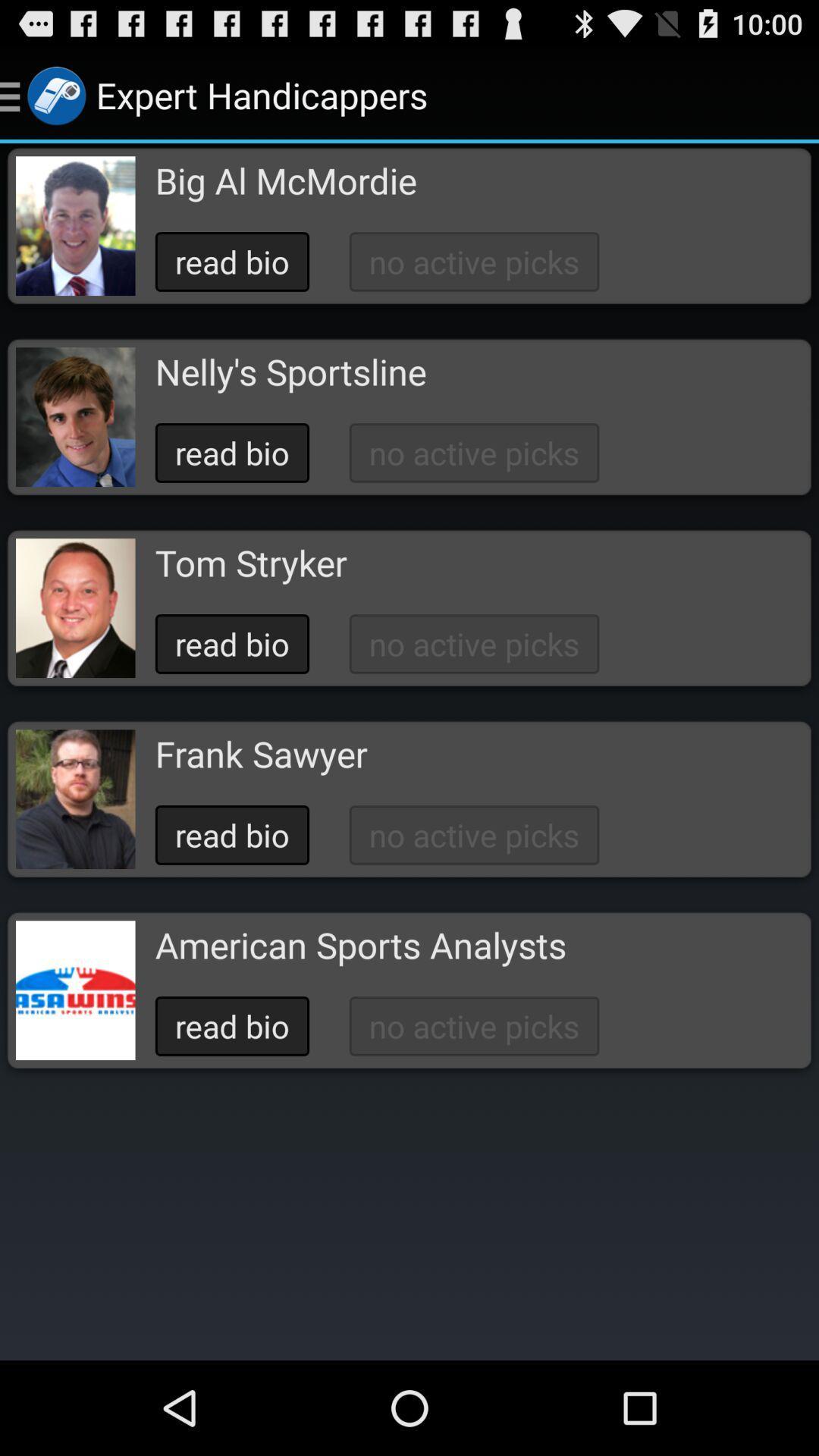  Describe the element at coordinates (260, 754) in the screenshot. I see `frank sawyer app` at that location.